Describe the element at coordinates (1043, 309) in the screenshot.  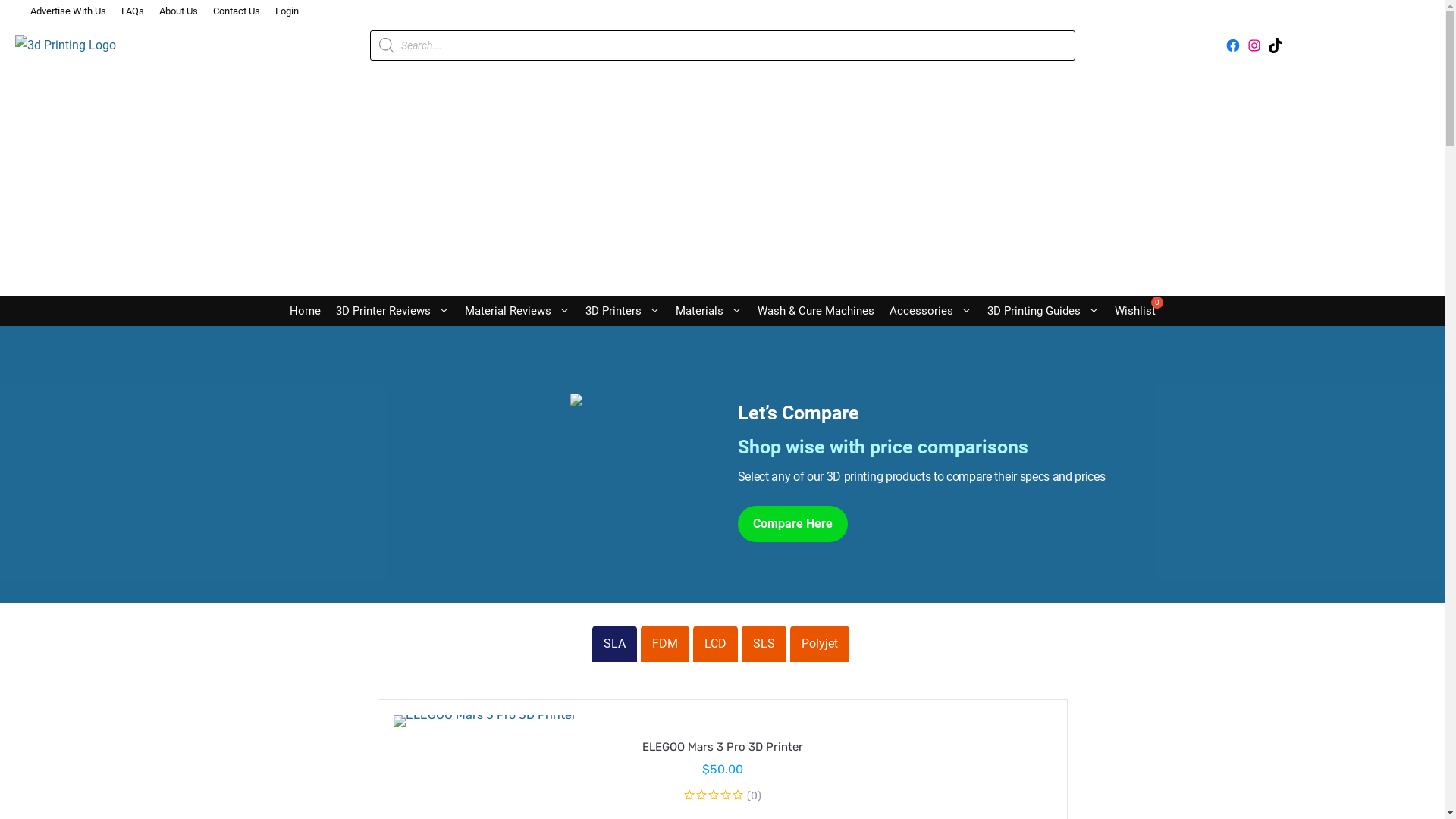
I see `'3D Printing Guides'` at that location.